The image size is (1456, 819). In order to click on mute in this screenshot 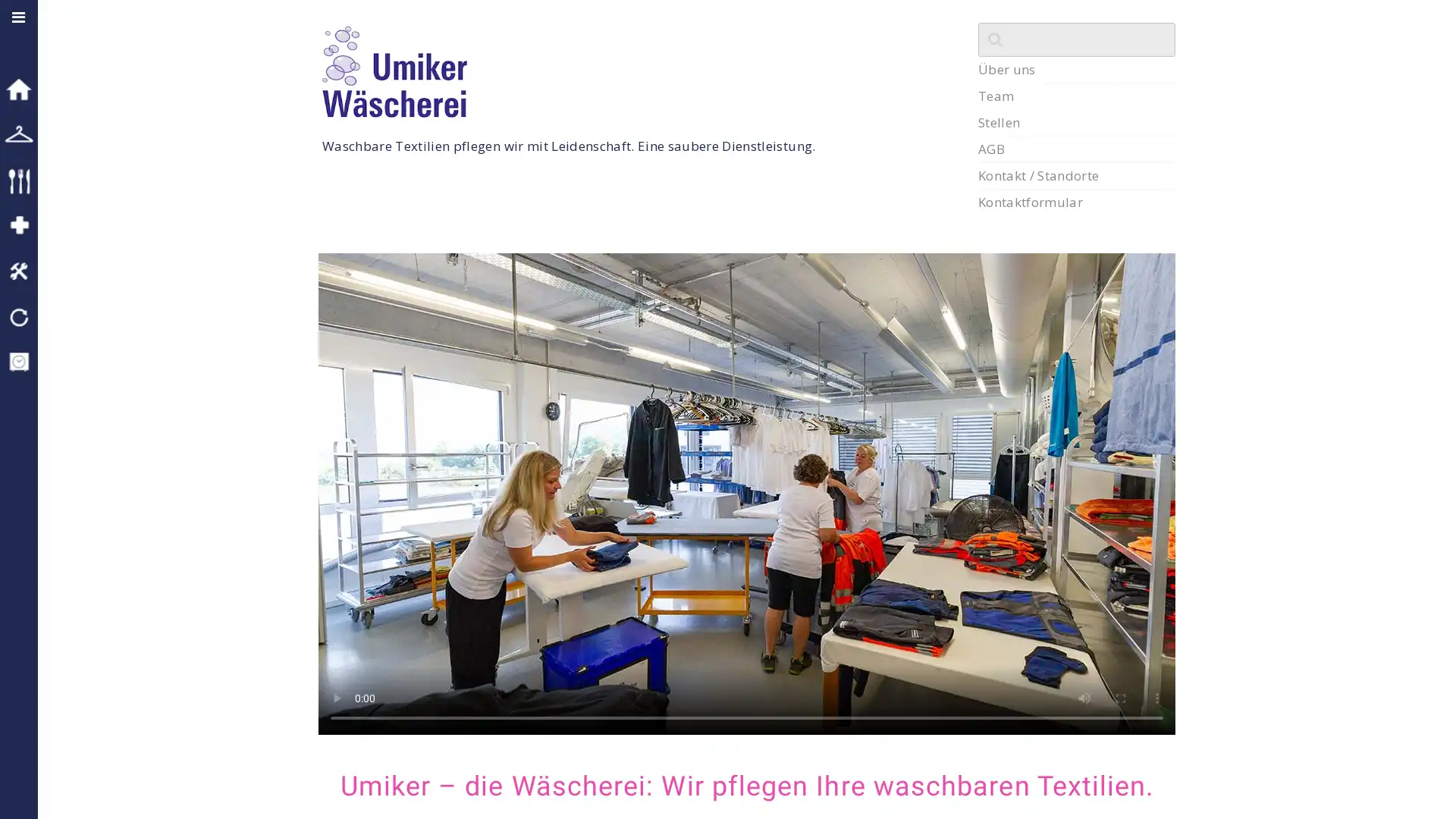, I will do `click(1084, 698)`.